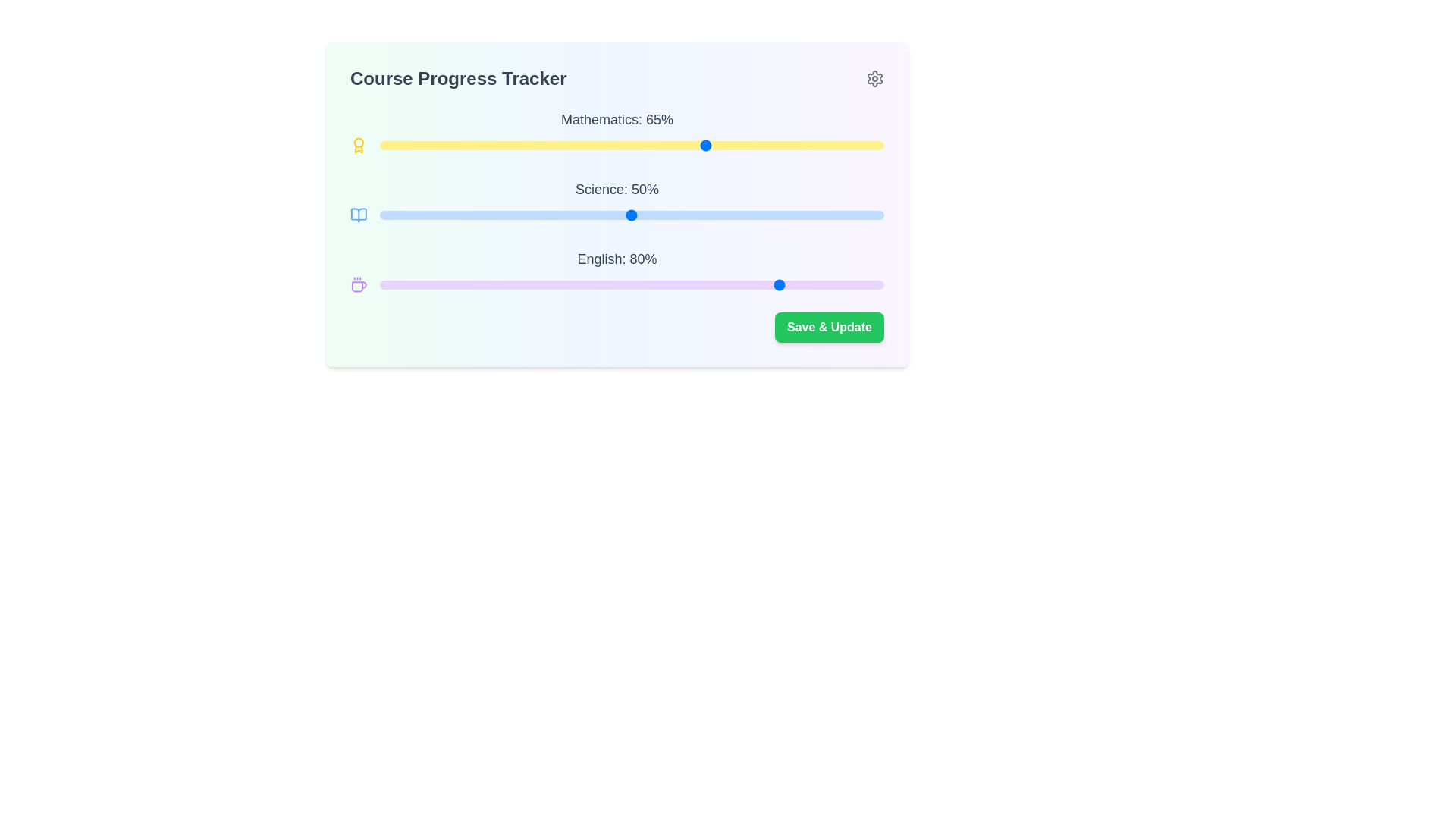 The width and height of the screenshot is (1456, 819). I want to click on the mathematics progress, so click(495, 146).